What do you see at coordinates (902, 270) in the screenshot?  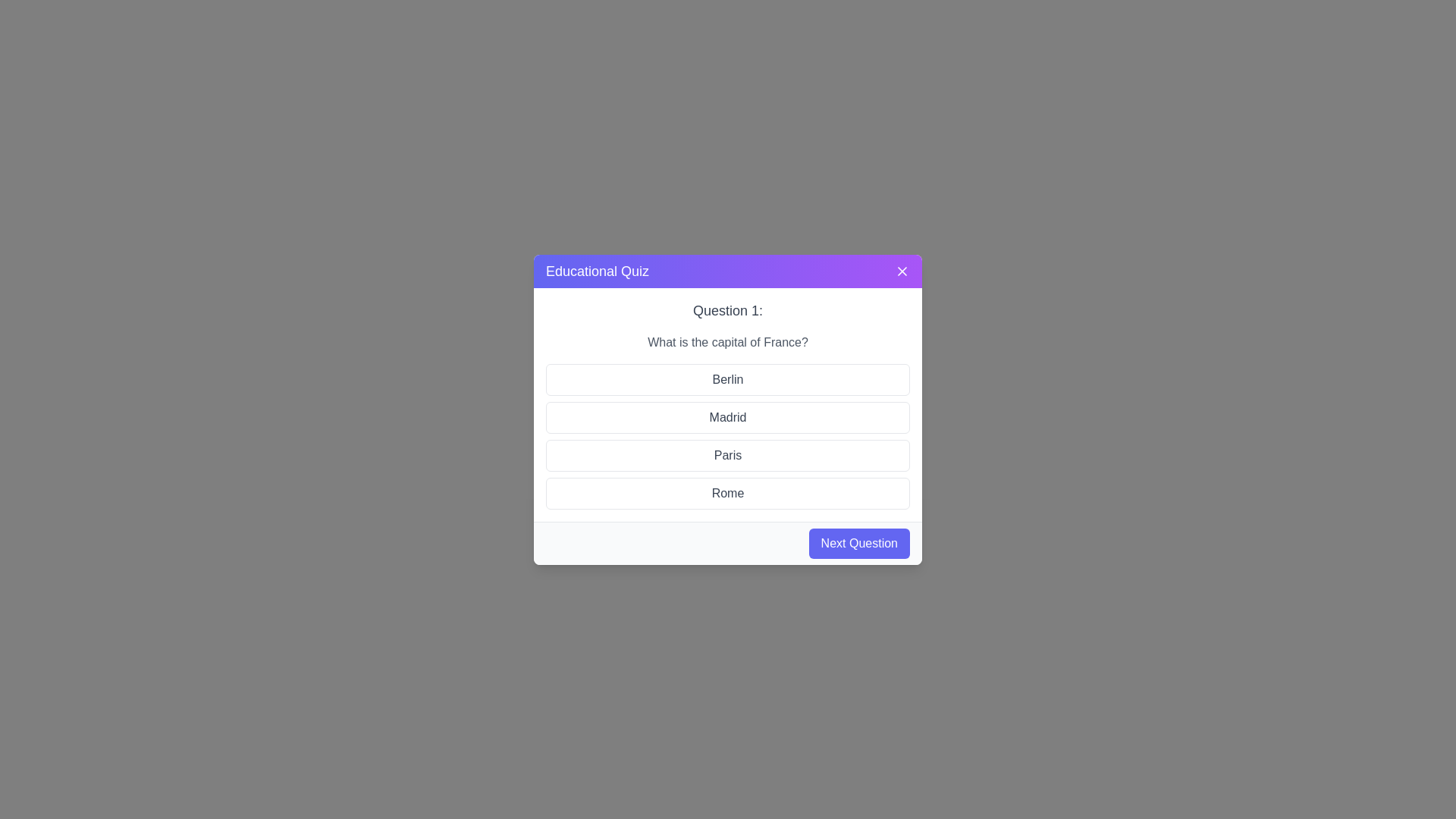 I see `the 'Close' button with a bold 'X' symbol located at the top-right corner of the 'Educational Quiz' dialog box` at bounding box center [902, 270].